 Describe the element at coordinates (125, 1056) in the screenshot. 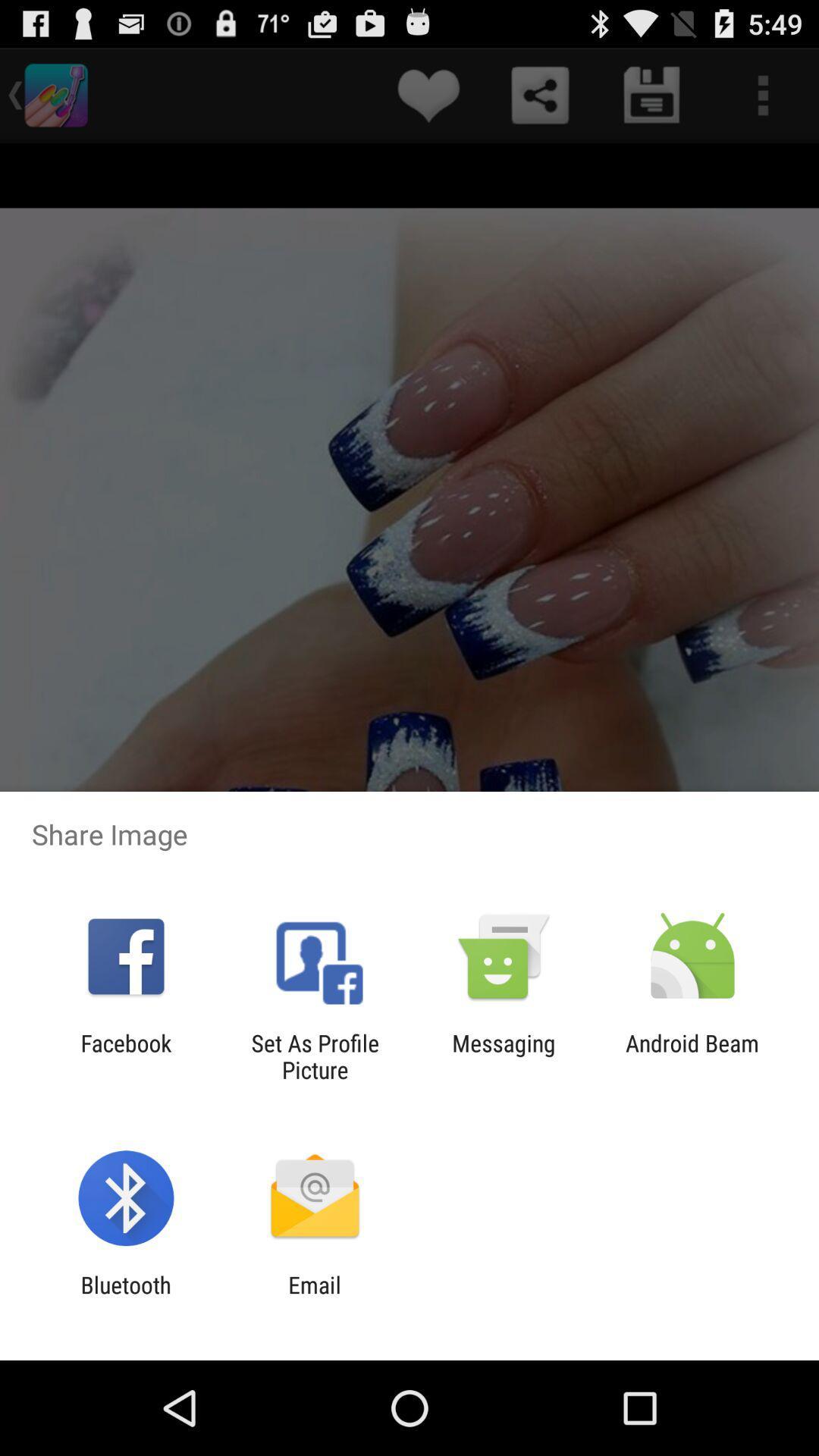

I see `facebook icon` at that location.